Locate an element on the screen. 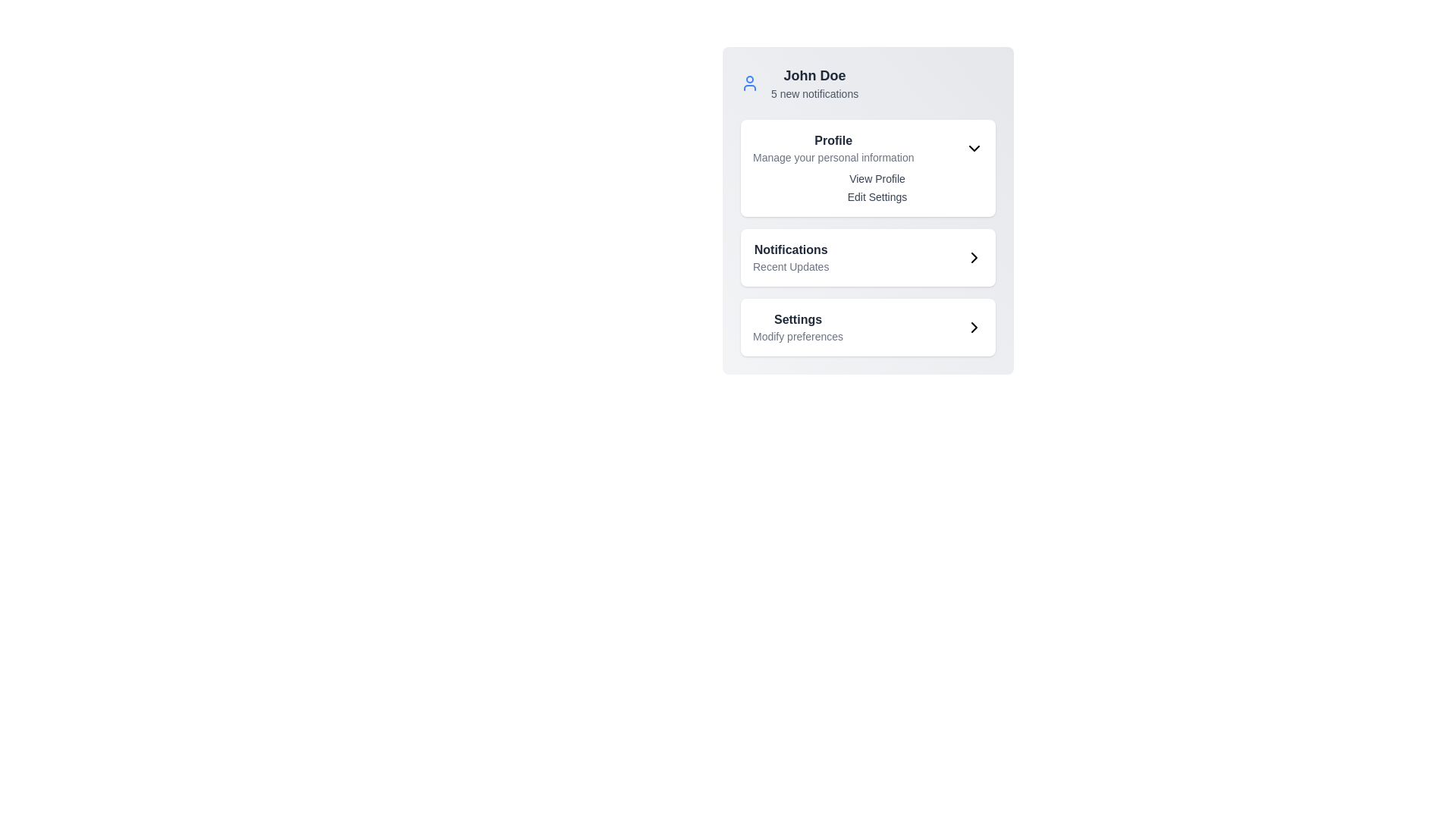  the text label reading 'Notifications', which is styled in bold dark gray and positioned at the top of its section above 'Recent Updates' is located at coordinates (790, 249).